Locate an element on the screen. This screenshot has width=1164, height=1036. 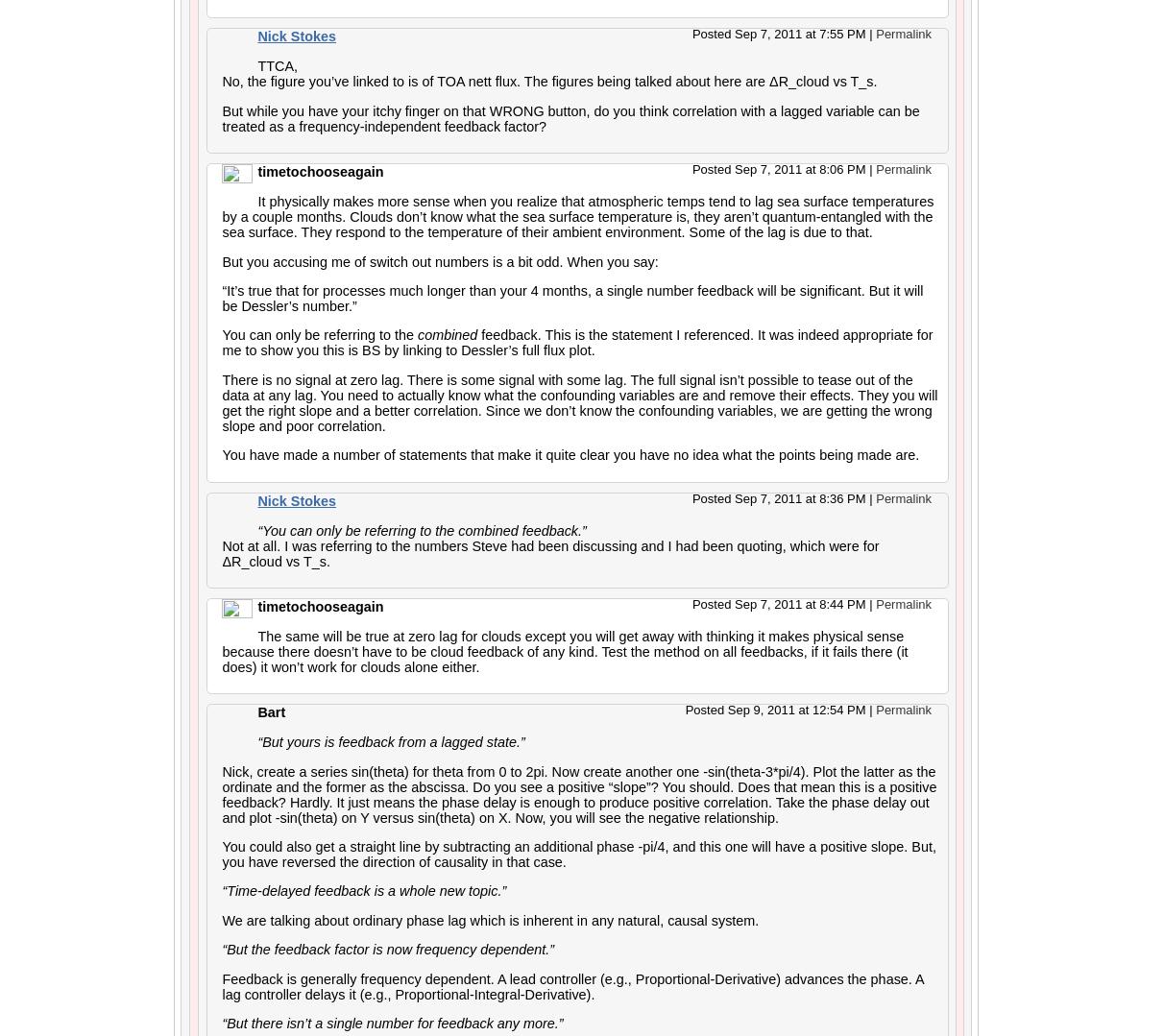
'Not at all. I was referring to the numbers Steve had been discussing and I had been quoting, which were for ΔR_cloud vs T_s.' is located at coordinates (550, 551).